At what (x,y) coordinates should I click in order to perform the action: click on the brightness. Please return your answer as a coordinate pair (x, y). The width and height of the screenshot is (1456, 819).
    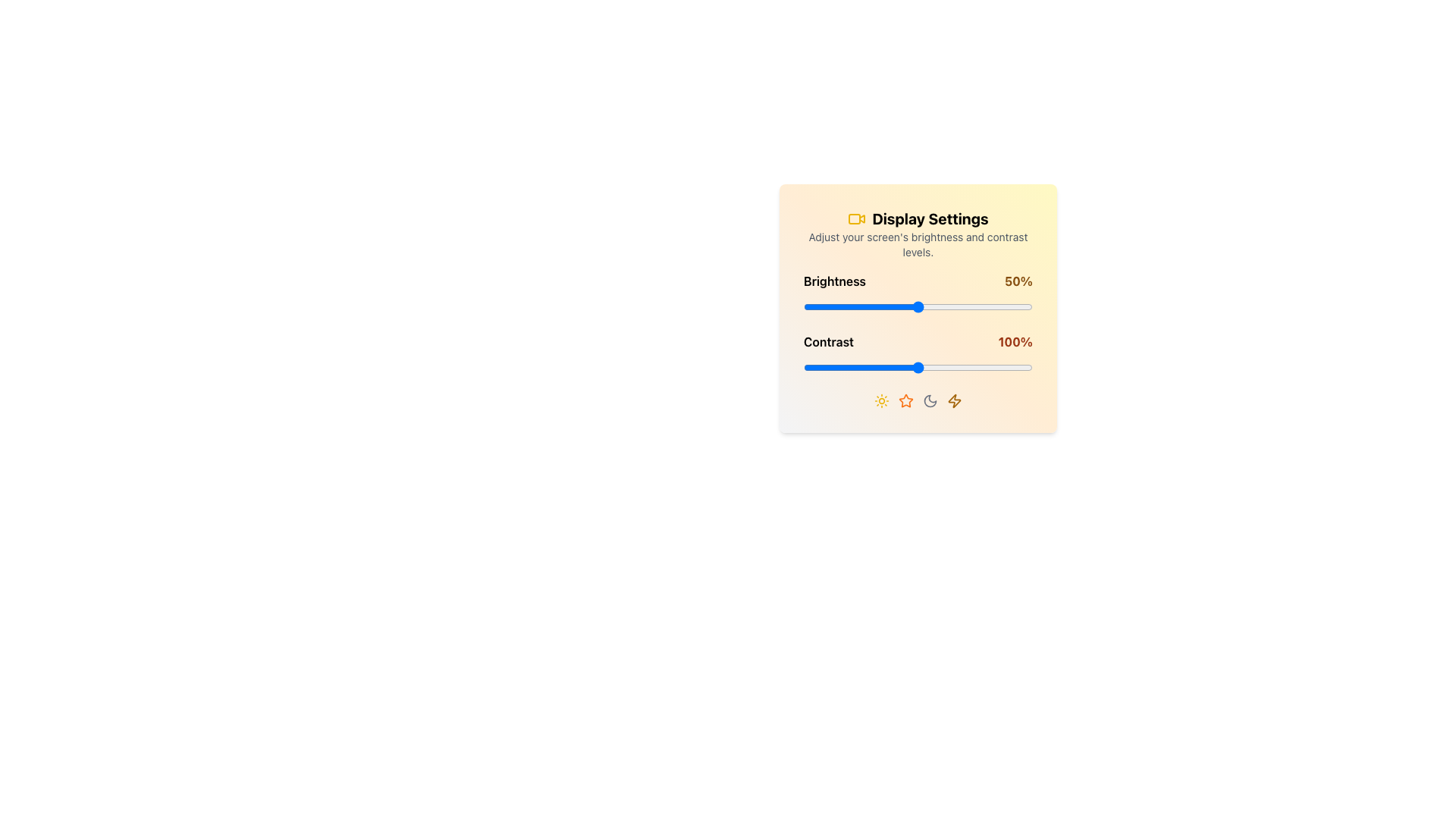
    Looking at the image, I should click on (965, 307).